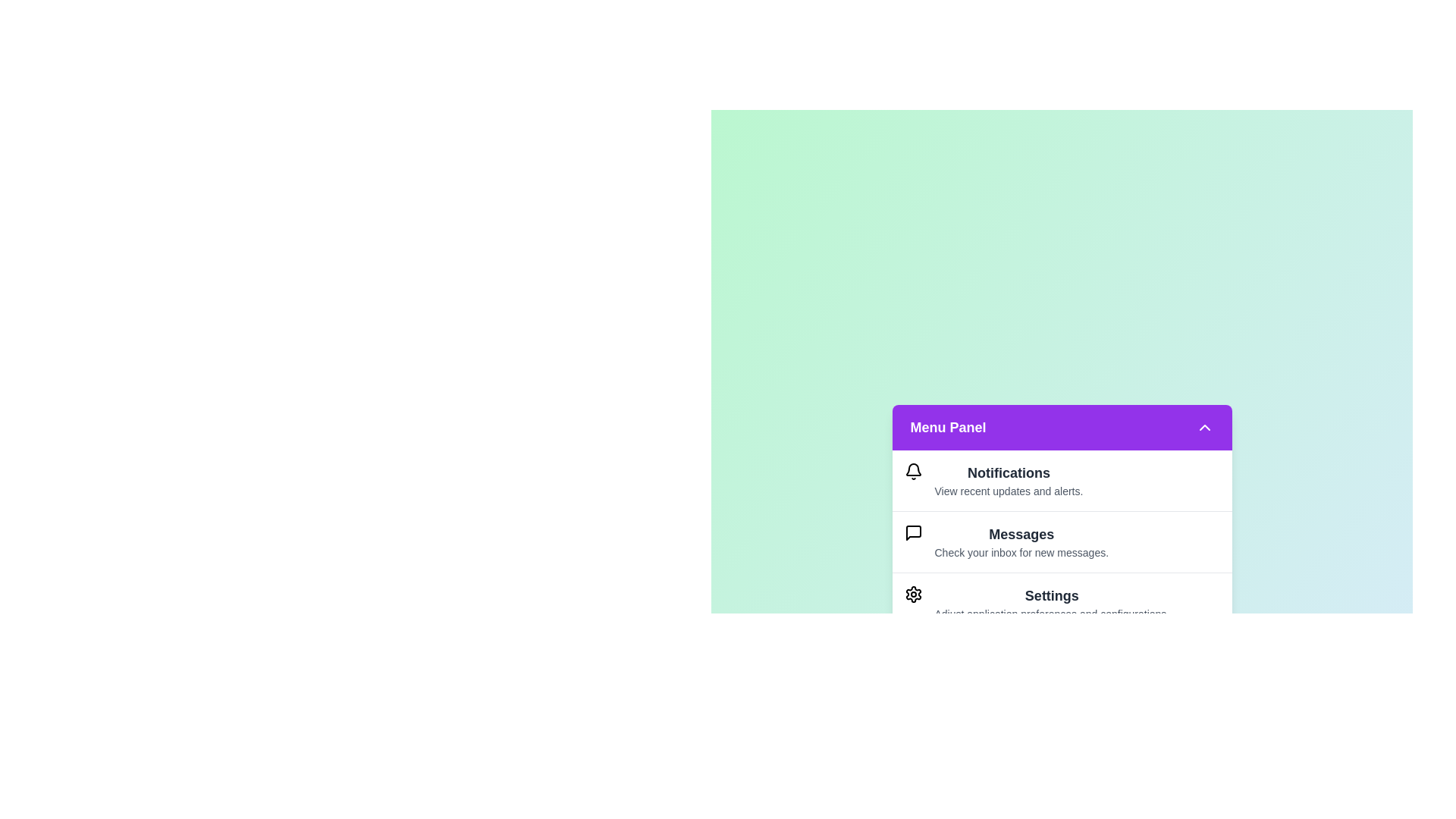 The height and width of the screenshot is (819, 1456). Describe the element at coordinates (912, 470) in the screenshot. I see `the icon of the menu item Notifications` at that location.